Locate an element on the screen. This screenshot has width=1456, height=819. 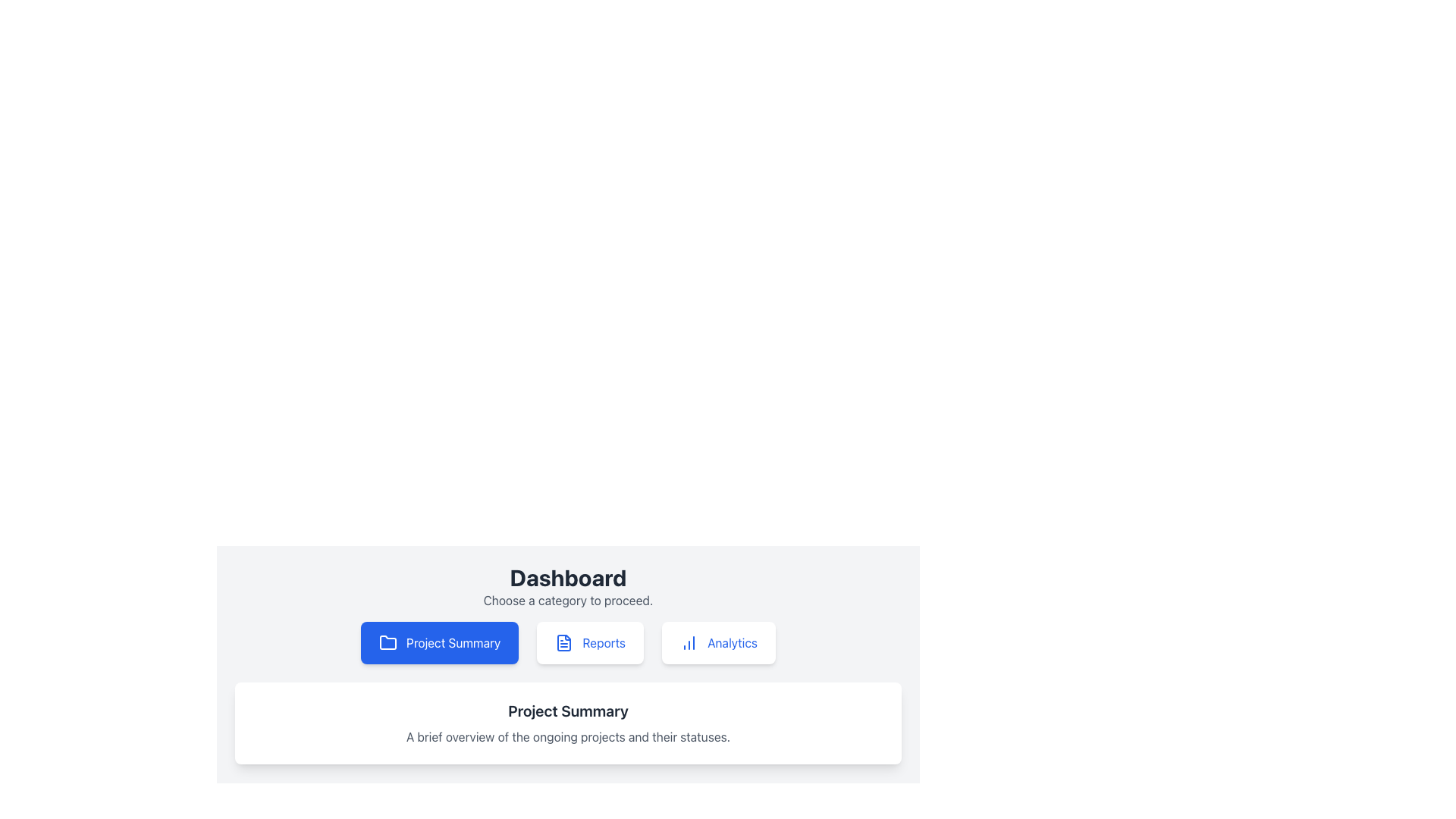
the bold and large-sized text reading 'Dashboard', which is prominently positioned at the top of a section labeled 'Choose a category to proceed.' is located at coordinates (567, 578).